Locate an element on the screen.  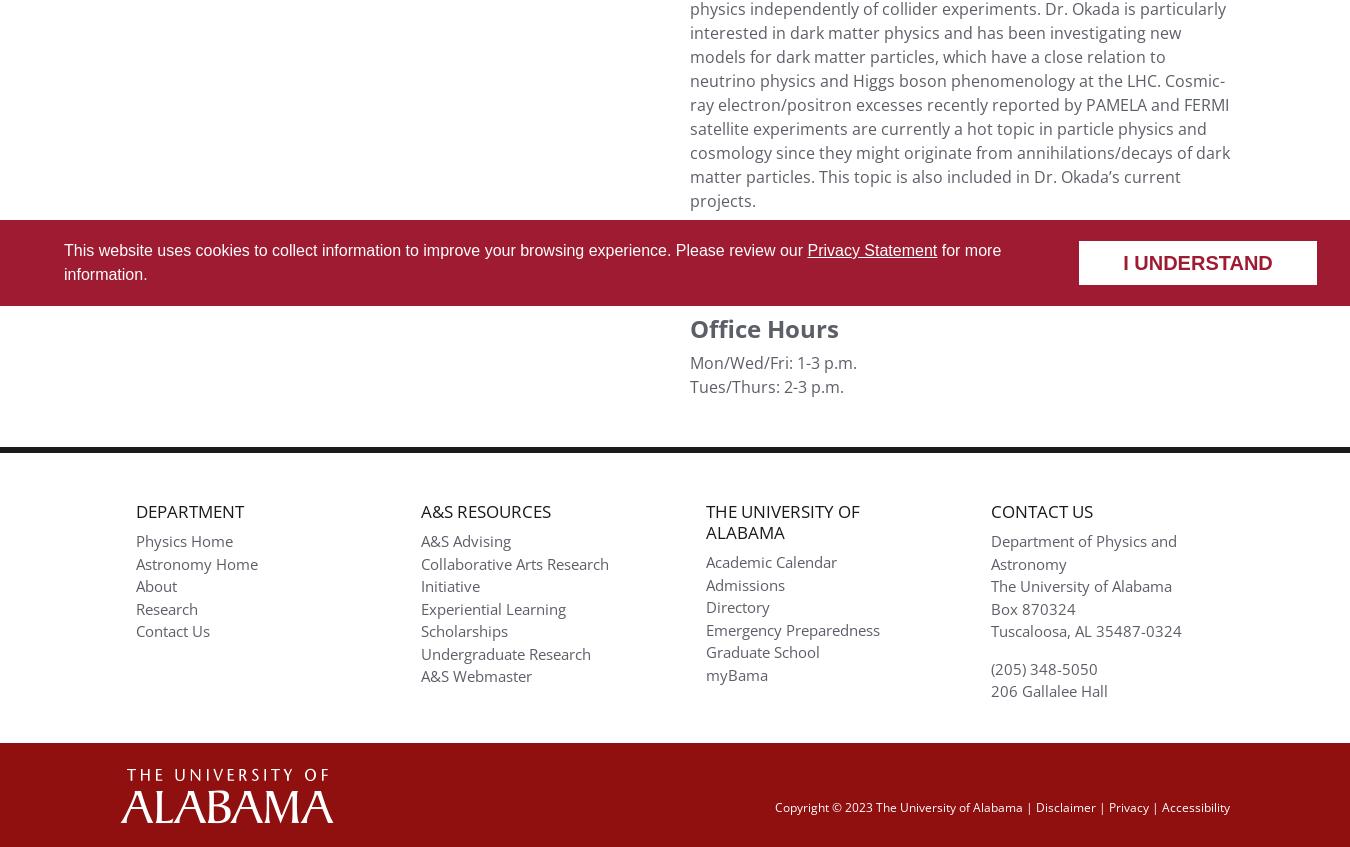
'Astronomy Home' is located at coordinates (196, 563).